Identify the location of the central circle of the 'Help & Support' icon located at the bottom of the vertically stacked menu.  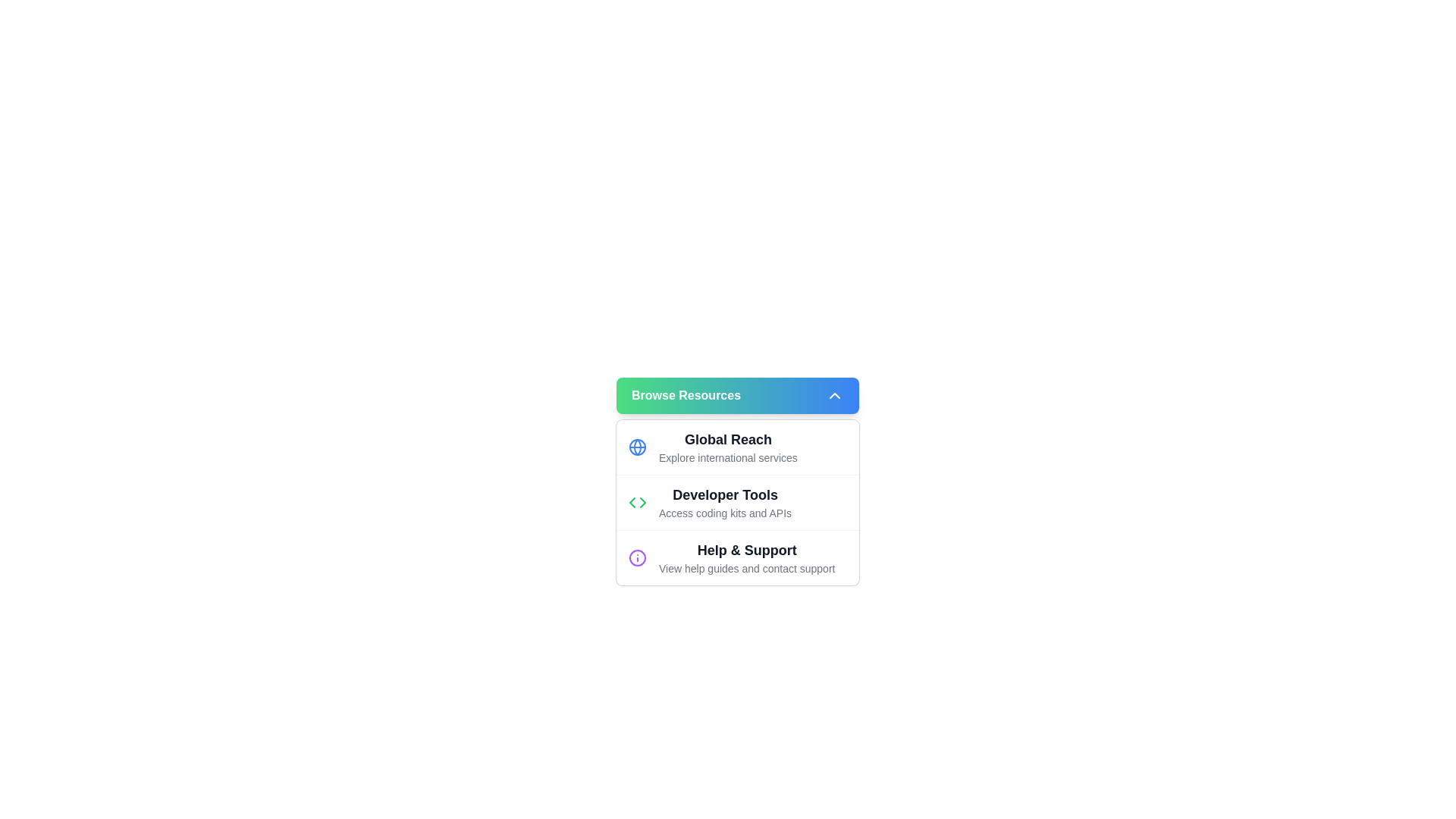
(637, 558).